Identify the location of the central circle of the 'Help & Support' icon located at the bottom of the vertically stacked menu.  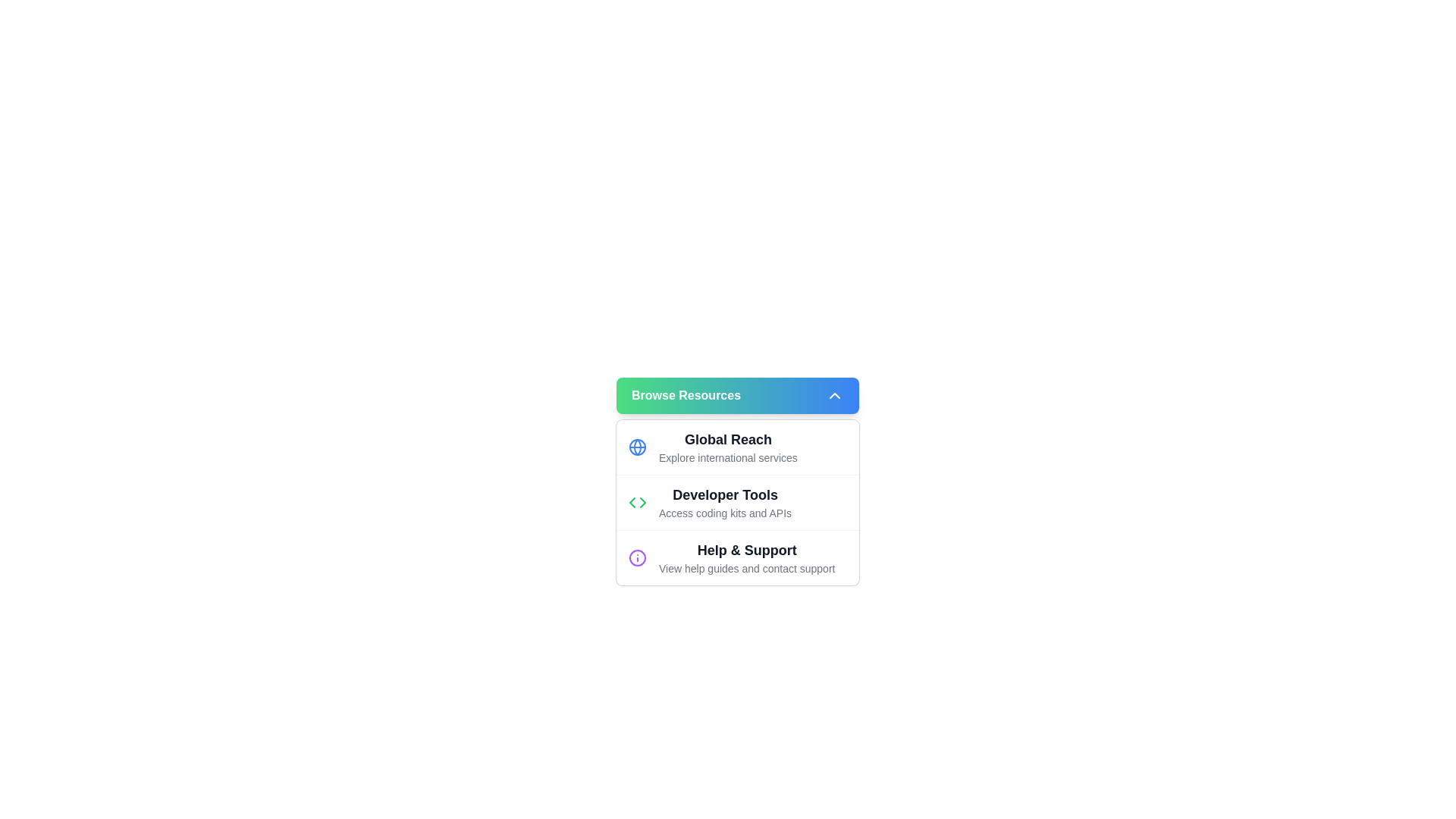
(637, 558).